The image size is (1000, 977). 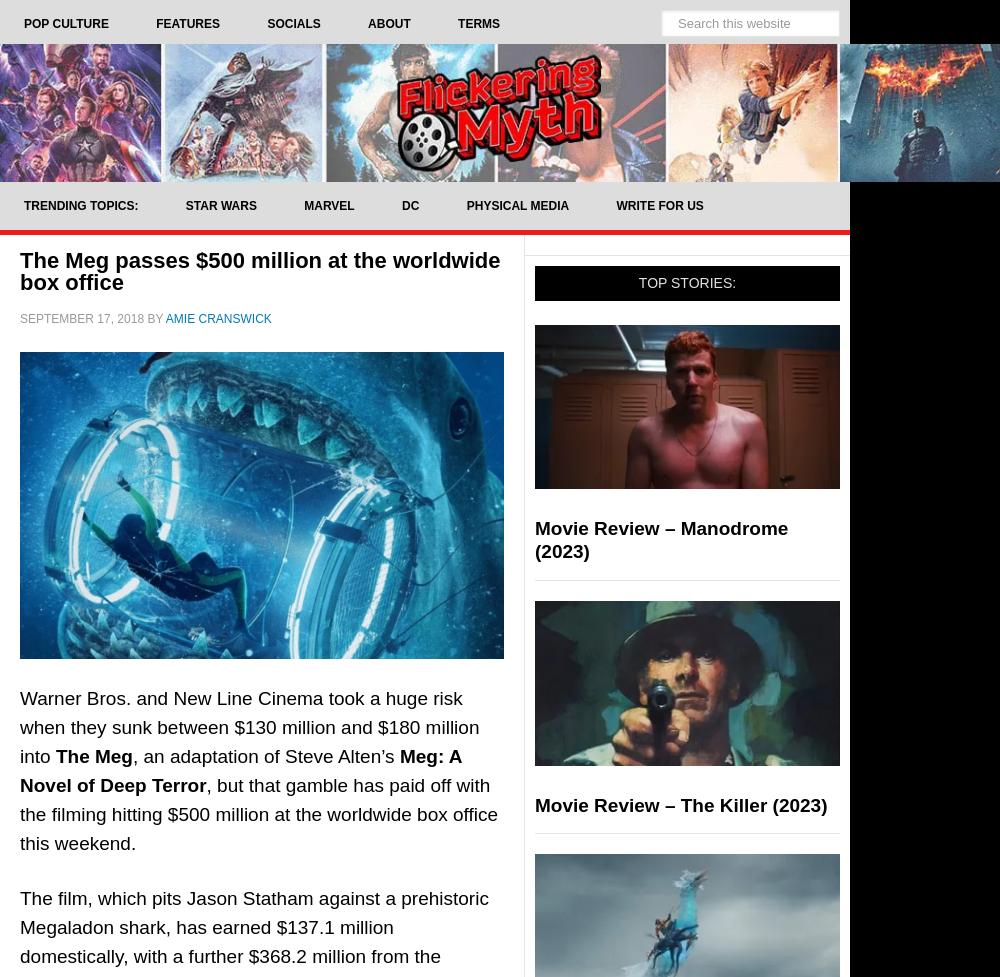 What do you see at coordinates (219, 204) in the screenshot?
I see `'Star Wars'` at bounding box center [219, 204].